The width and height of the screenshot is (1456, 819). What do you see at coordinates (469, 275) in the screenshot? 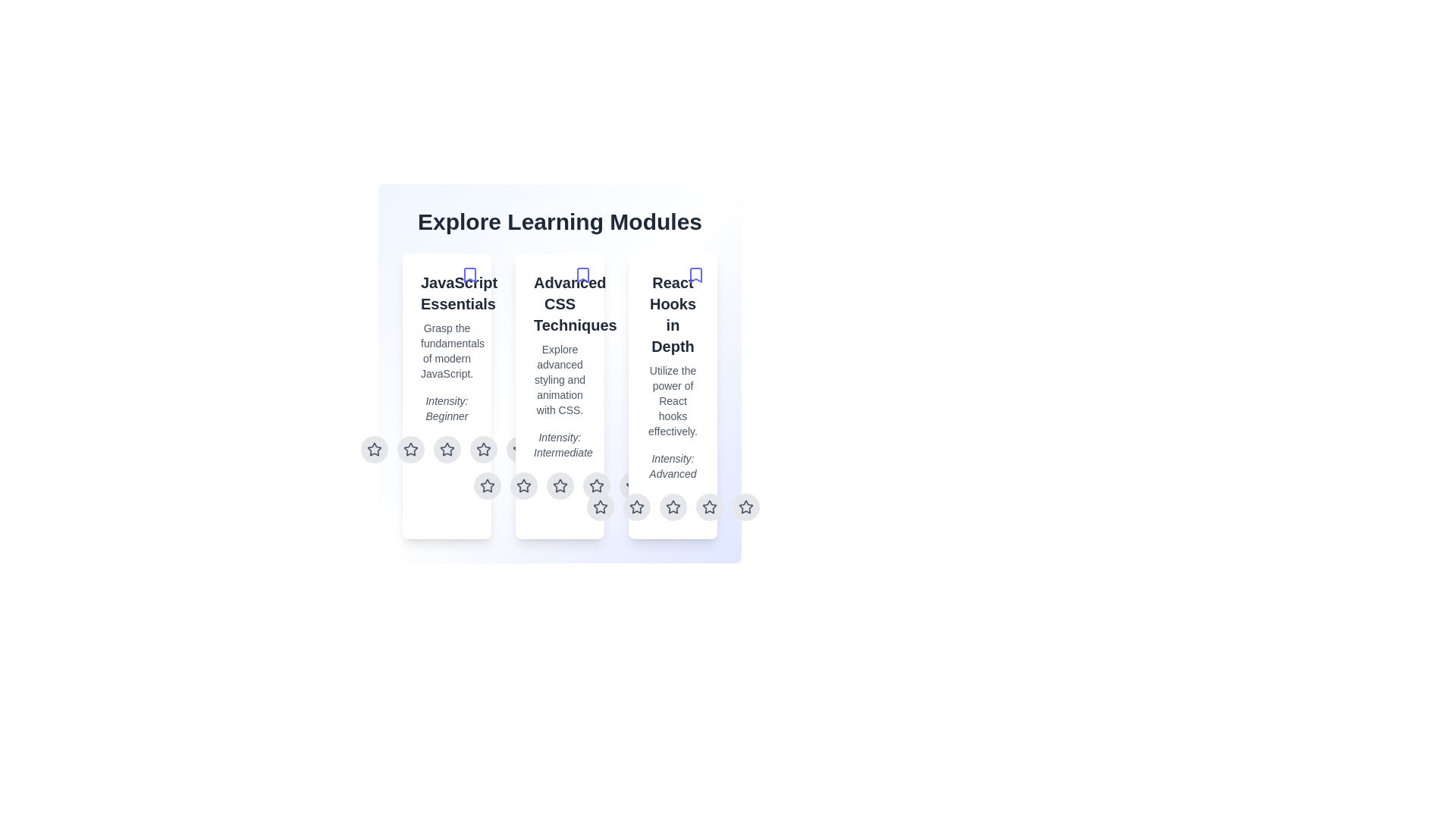
I see `the bookmark icon for the module titled 'JavaScript Essentials'` at bounding box center [469, 275].